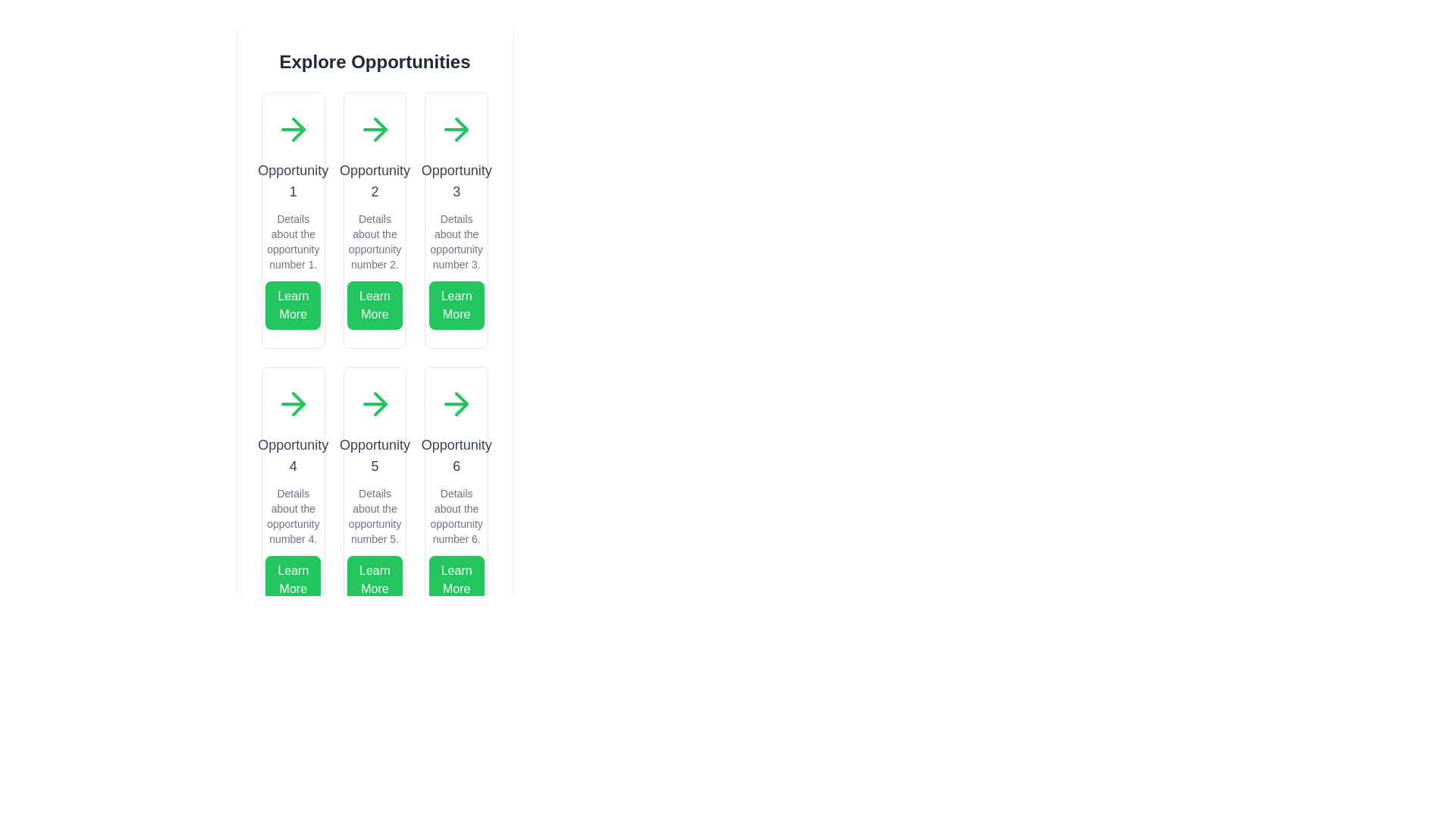 The height and width of the screenshot is (819, 1456). Describe the element at coordinates (375, 579) in the screenshot. I see `the green button labeled 'Learn More' located below the title 'Opportunity 5'` at that location.